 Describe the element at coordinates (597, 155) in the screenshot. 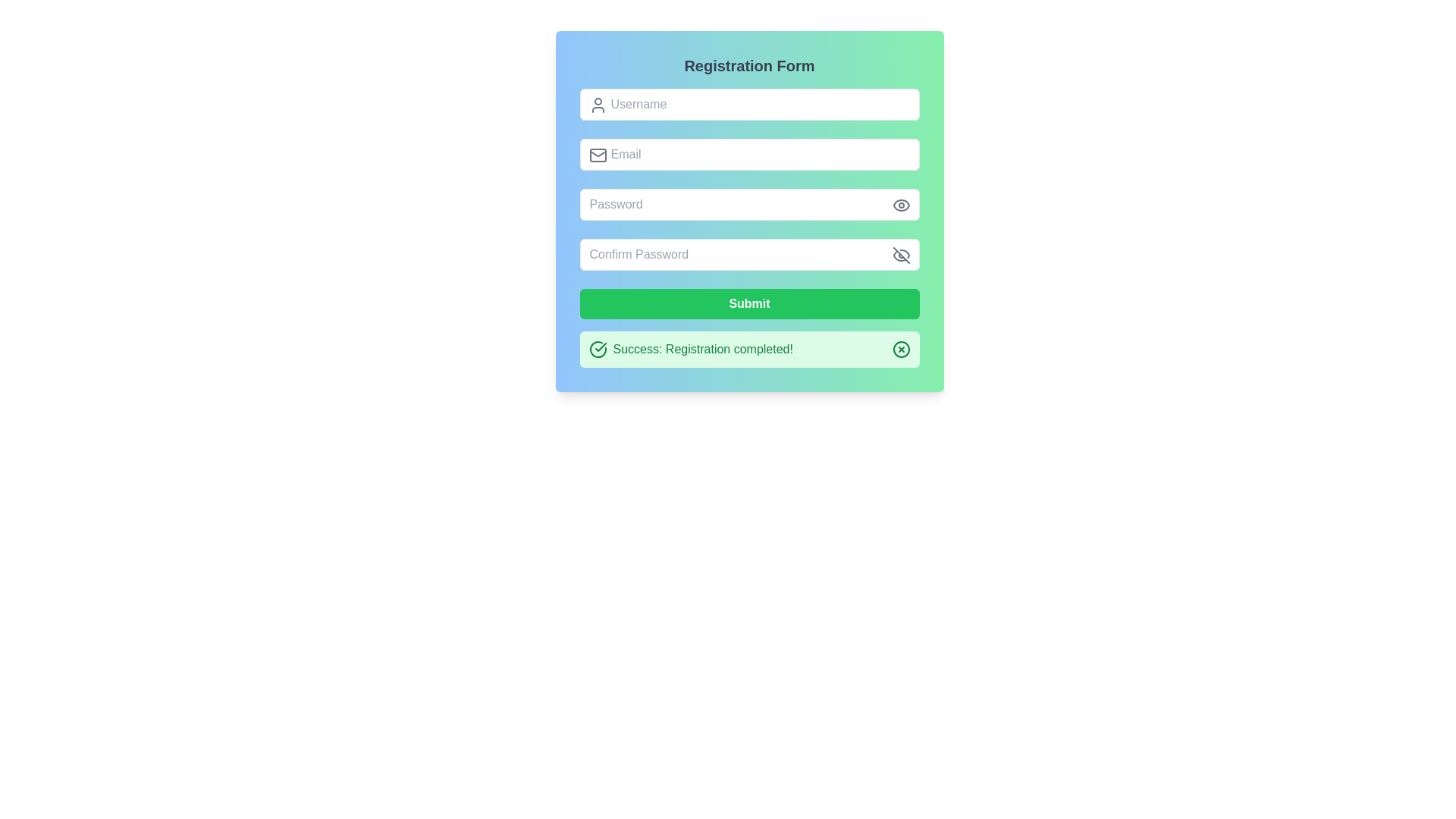

I see `the email icon located to the left of the placeholder text 'Email' to focus the associated text field` at that location.